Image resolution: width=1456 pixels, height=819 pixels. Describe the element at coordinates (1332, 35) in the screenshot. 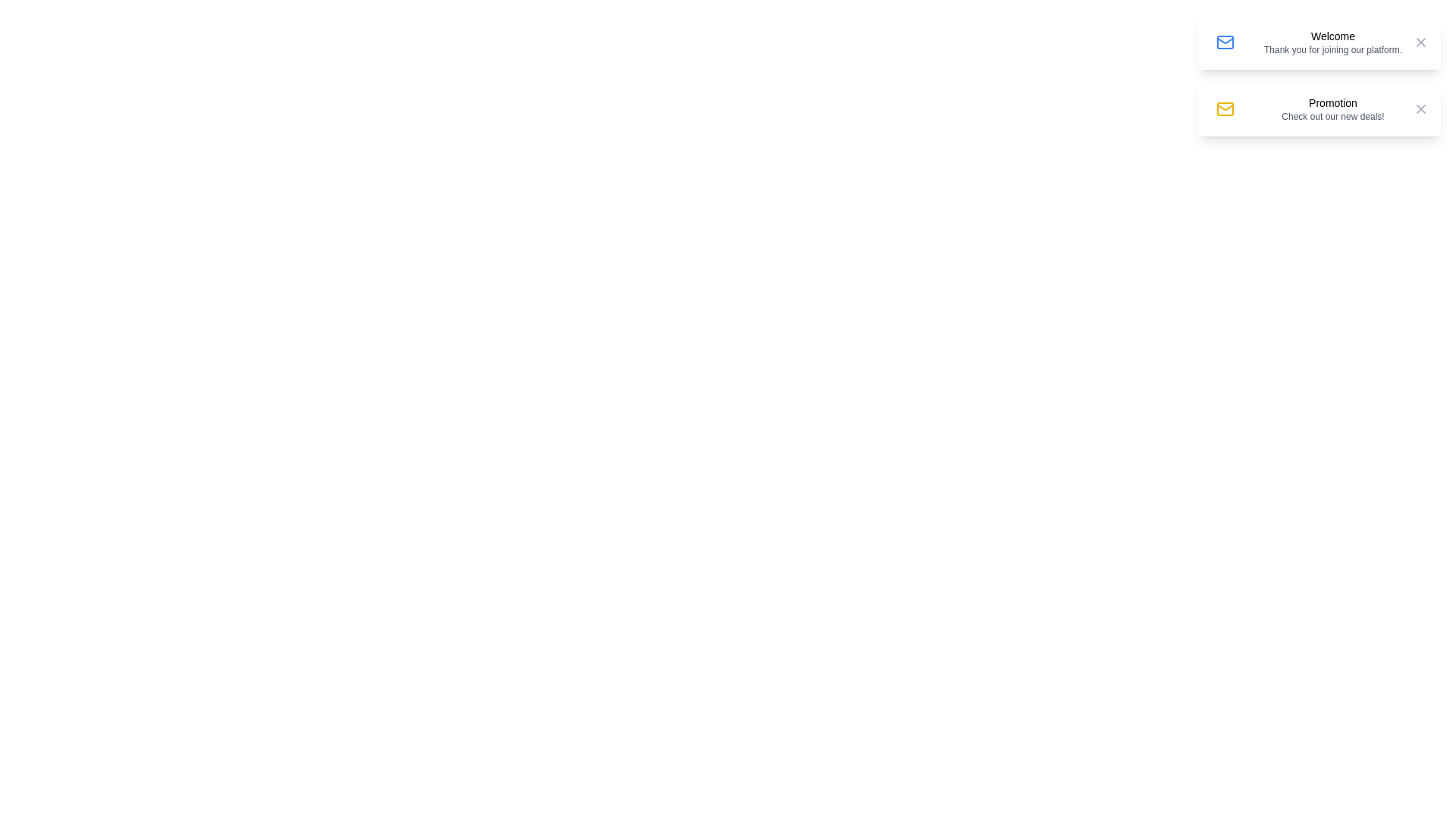

I see `the 'Welcome' text label, which is a medium-sized, bold font located at the top-right section of the message card layout` at that location.